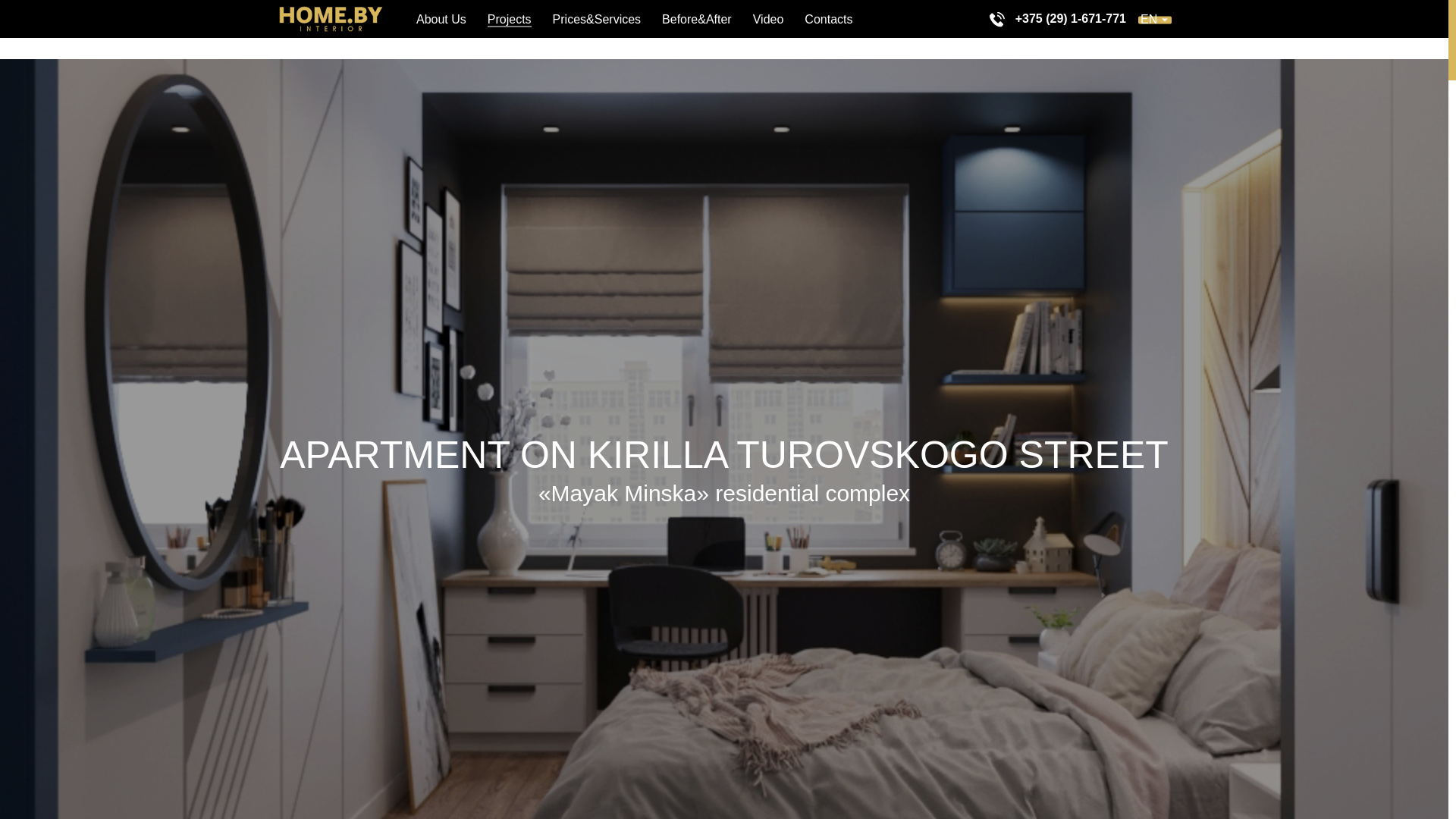 This screenshot has width=1456, height=819. What do you see at coordinates (1138, 20) in the screenshot?
I see `'EN'` at bounding box center [1138, 20].